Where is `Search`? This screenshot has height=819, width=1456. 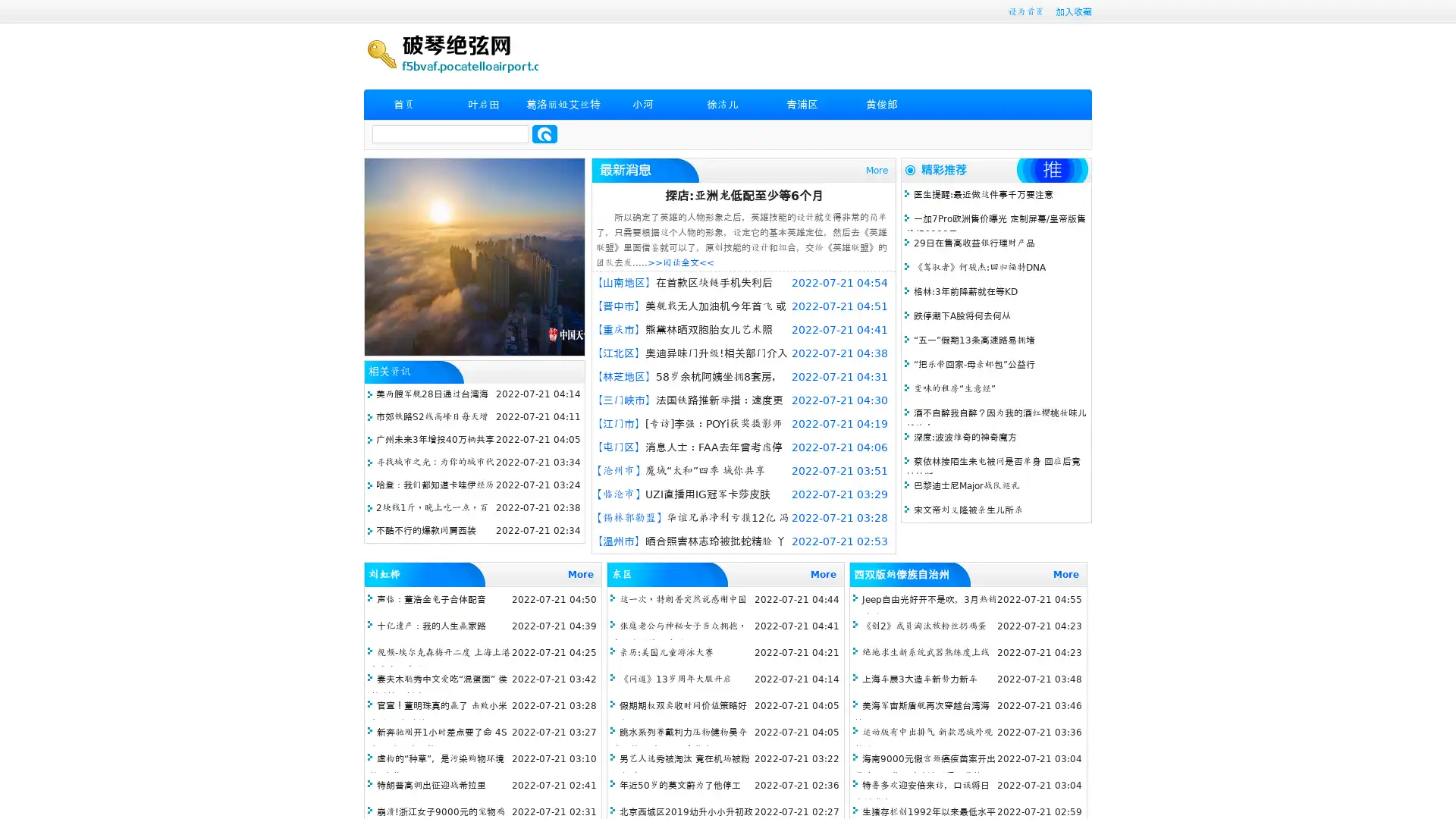 Search is located at coordinates (544, 133).